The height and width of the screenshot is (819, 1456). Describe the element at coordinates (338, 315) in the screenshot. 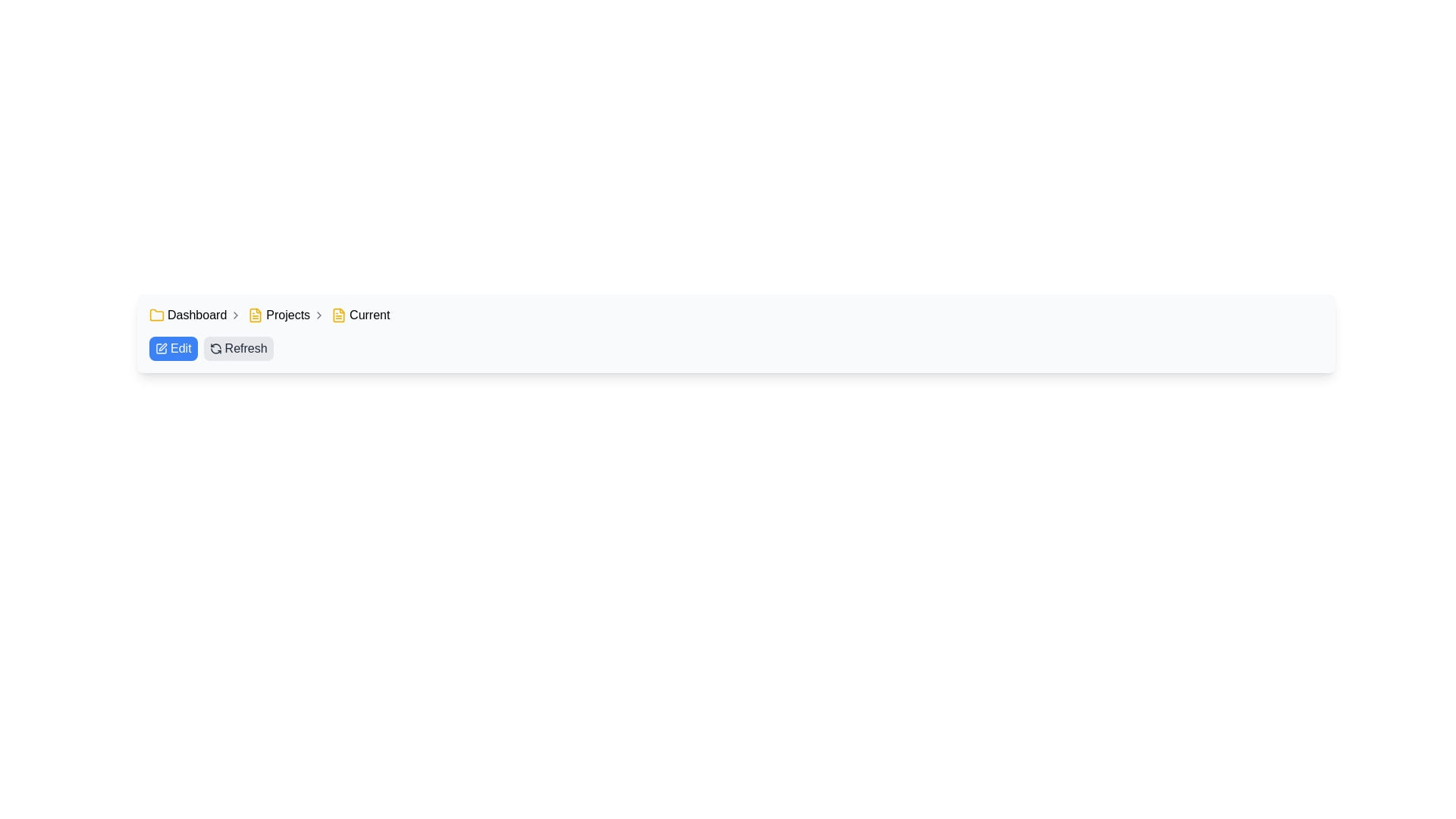

I see `the 'Current' page icon in the breadcrumb navigation bar, which is the third icon representing the current page in the navigation hierarchy` at that location.